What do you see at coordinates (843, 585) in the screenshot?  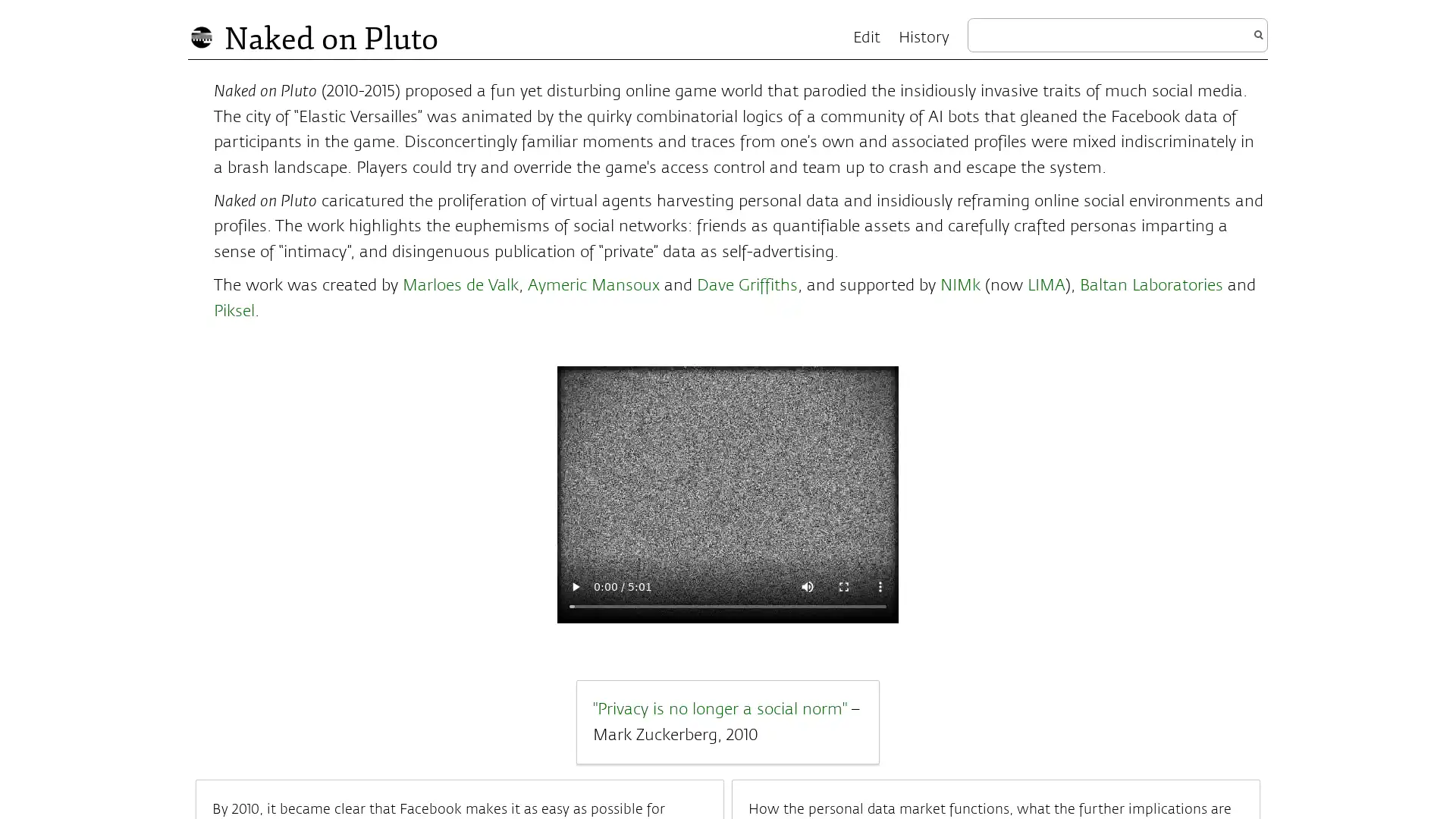 I see `enter full screen` at bounding box center [843, 585].